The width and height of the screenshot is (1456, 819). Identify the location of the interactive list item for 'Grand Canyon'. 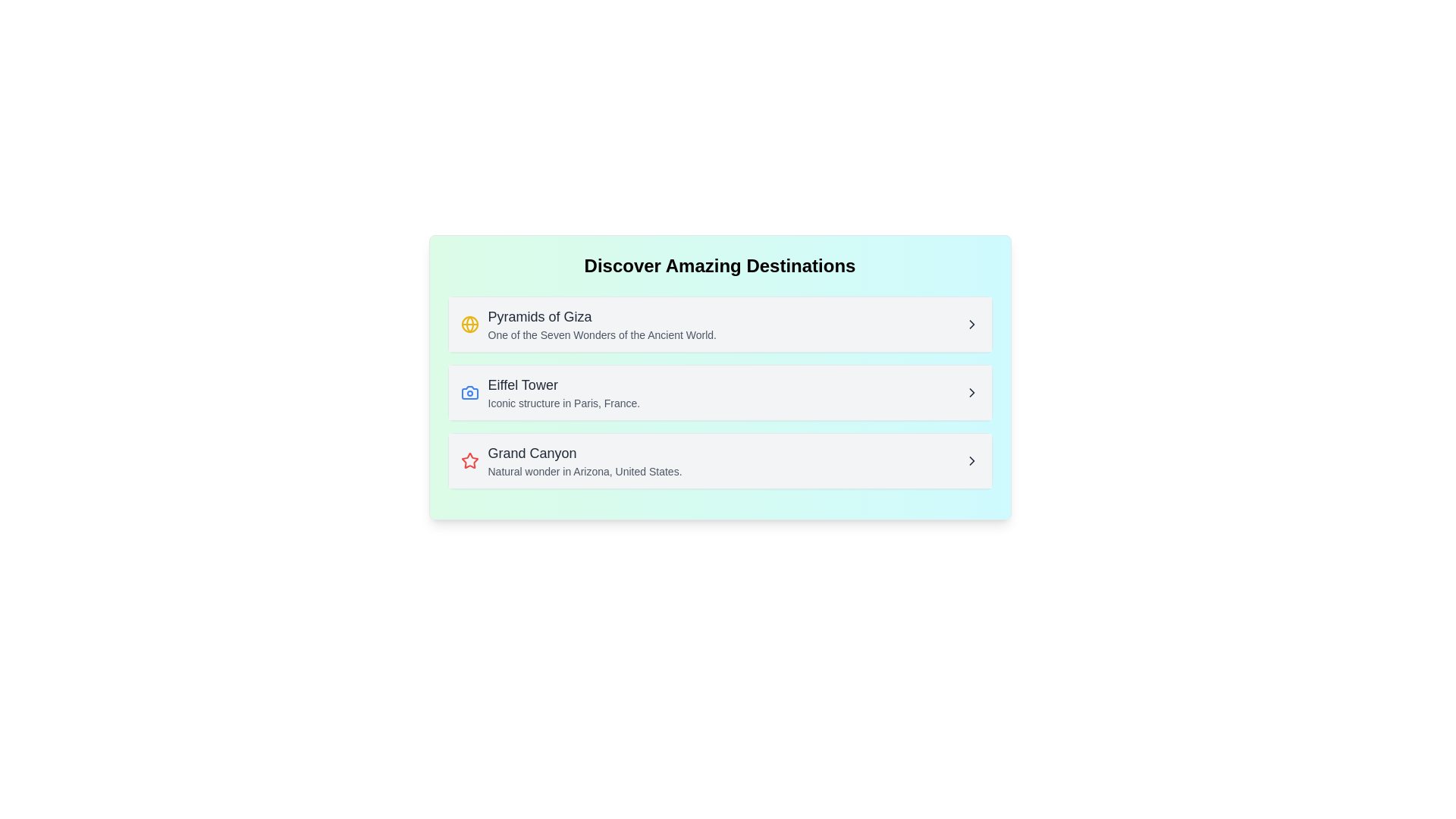
(719, 460).